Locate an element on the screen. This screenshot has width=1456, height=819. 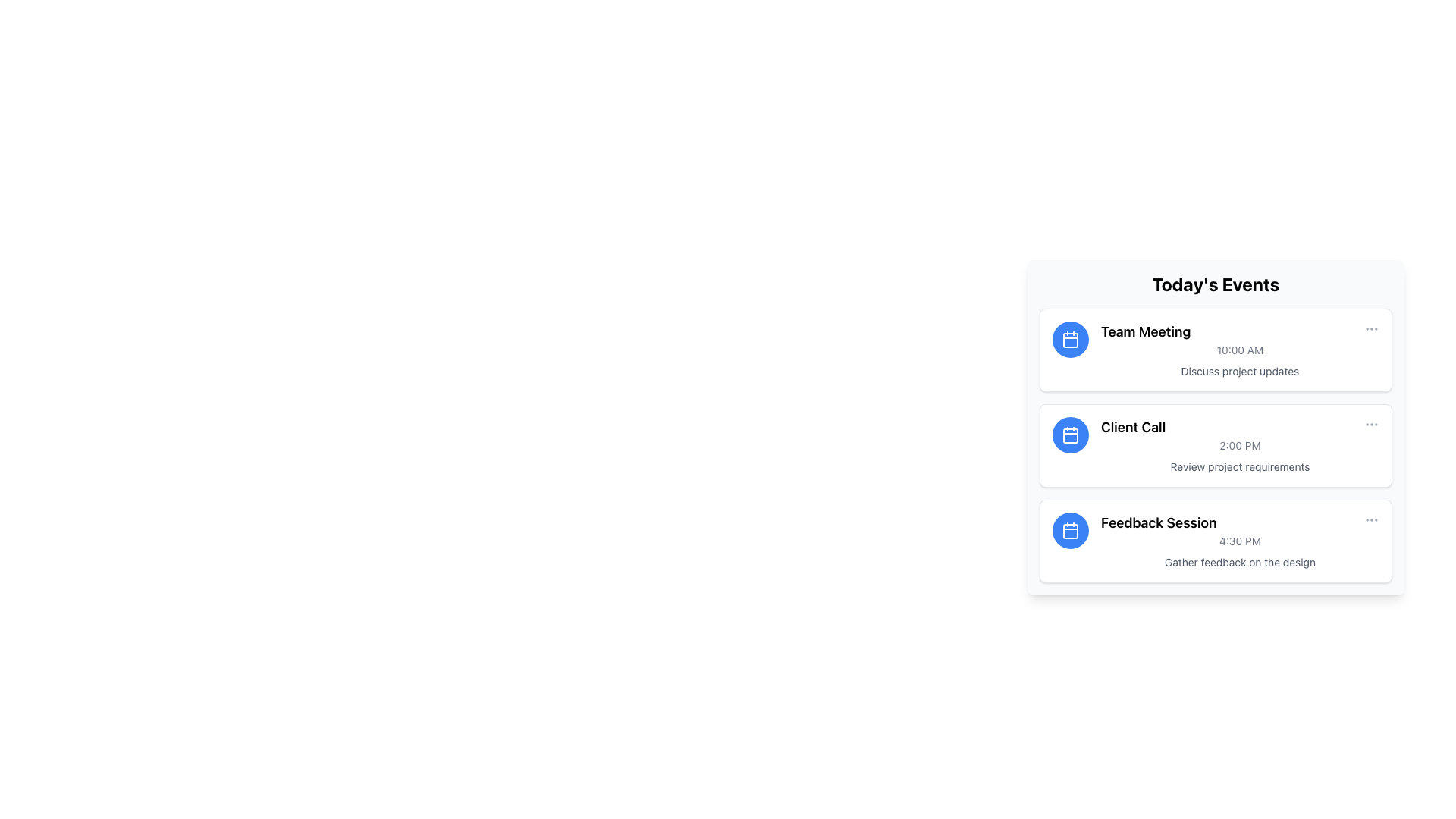
the rectangular shape with rounded corners located centrally within the calendar icon on the left side of the 'Team Meeting' event card is located at coordinates (1069, 339).